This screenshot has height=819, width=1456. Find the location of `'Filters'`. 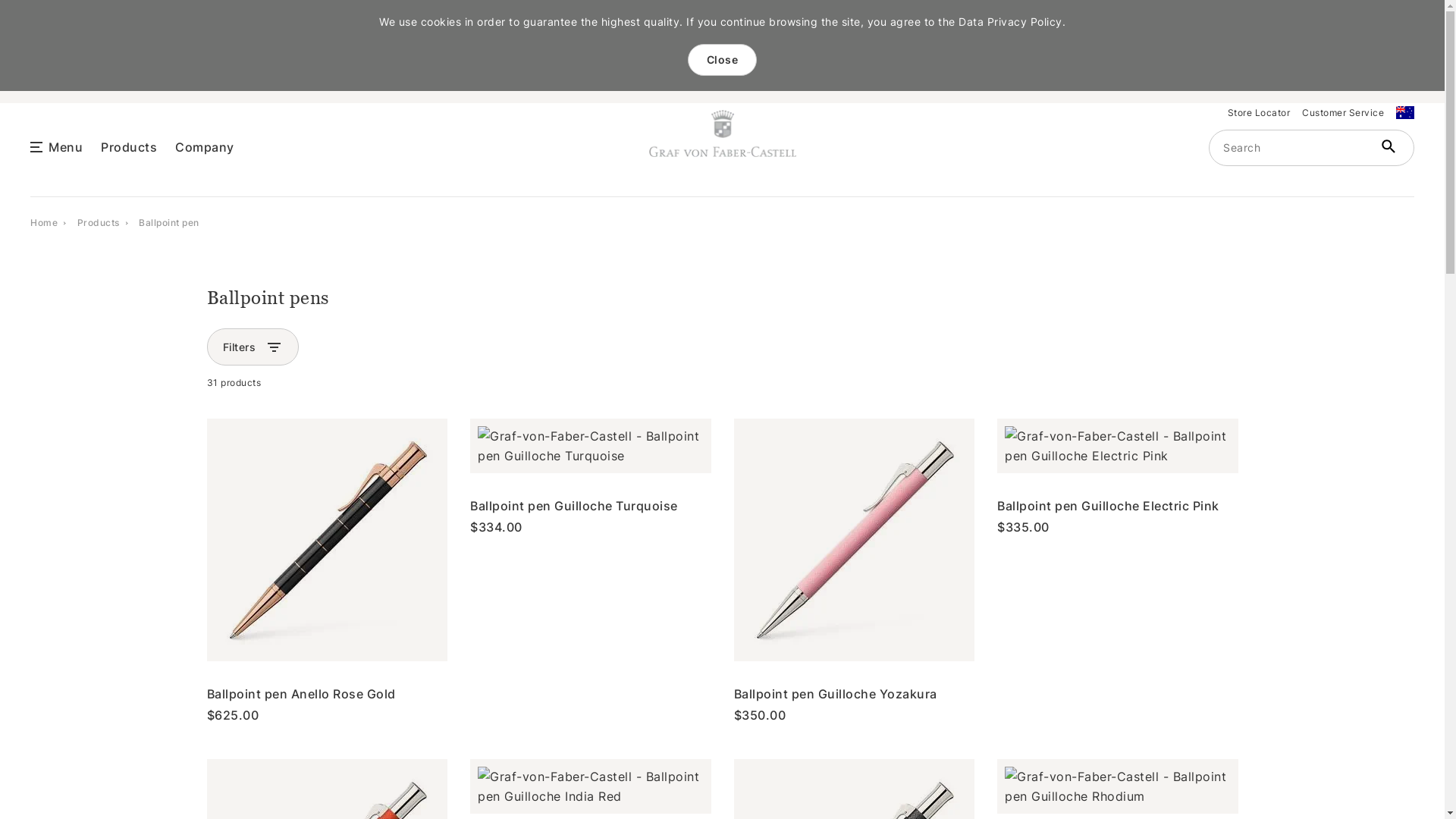

'Filters' is located at coordinates (239, 347).